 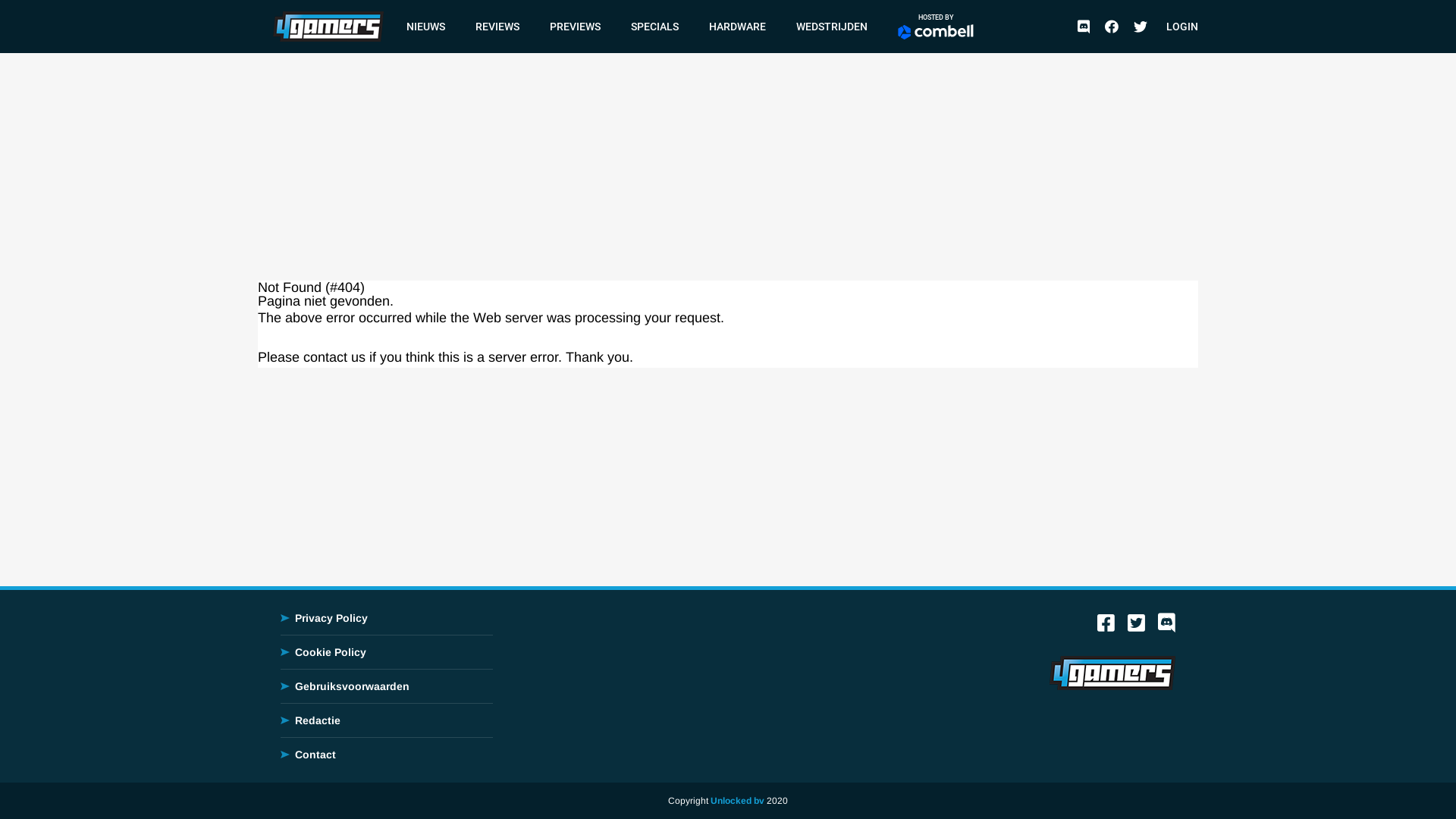 I want to click on 'NIEUWS', so click(x=399, y=26).